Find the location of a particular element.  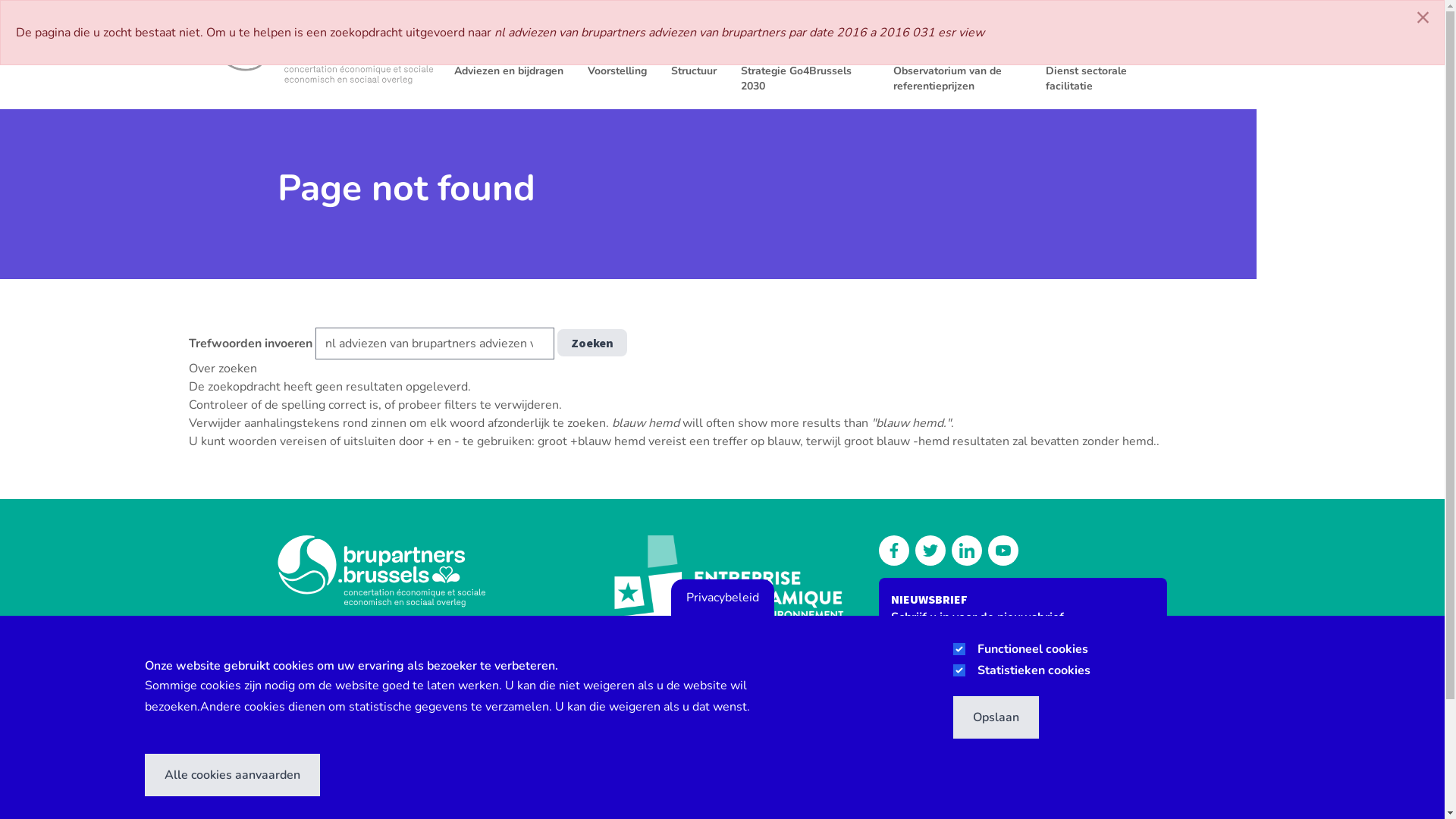

'LEDENZONE' is located at coordinates (1147, 29).